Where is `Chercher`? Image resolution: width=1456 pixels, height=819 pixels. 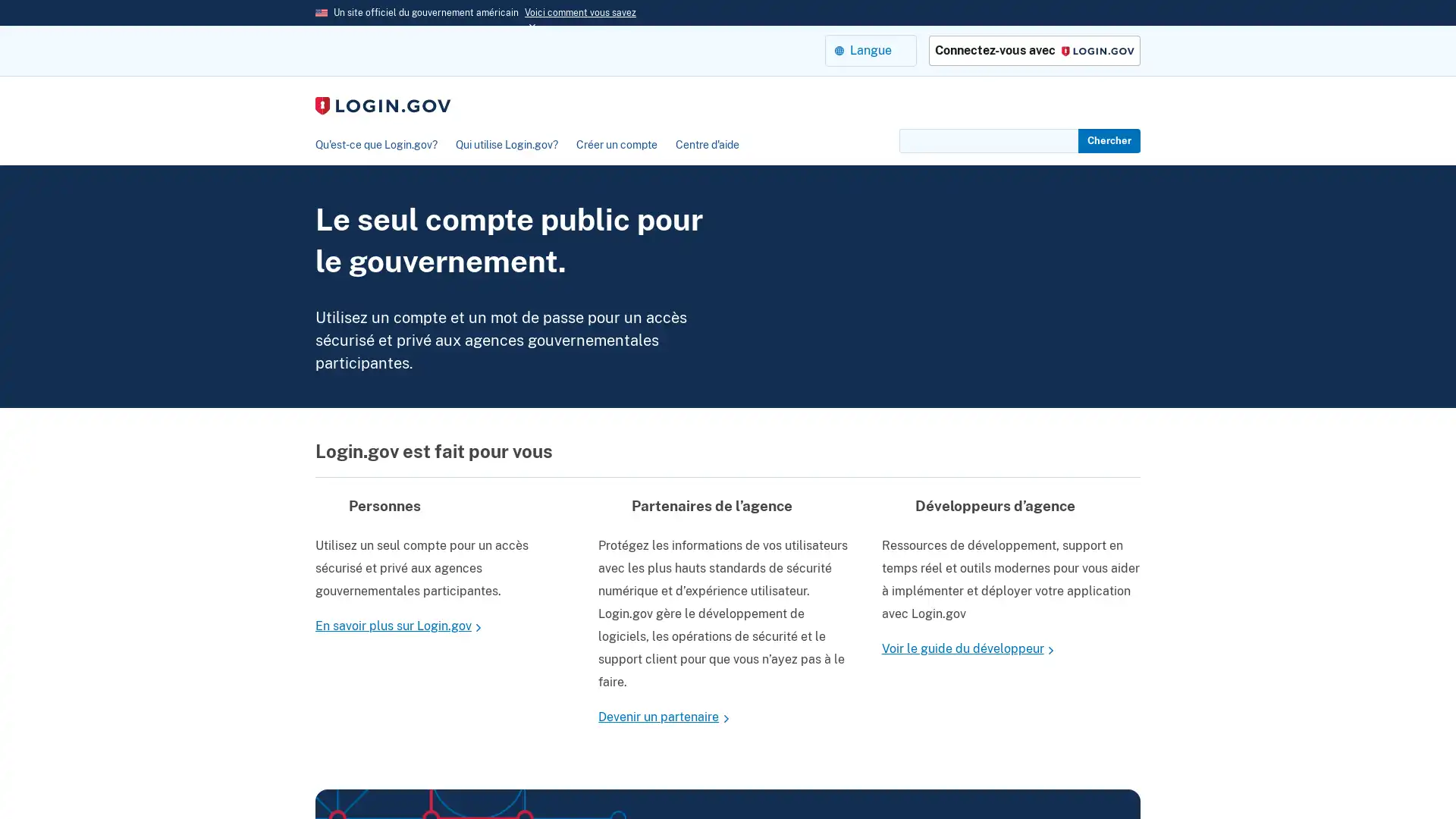
Chercher is located at coordinates (1109, 140).